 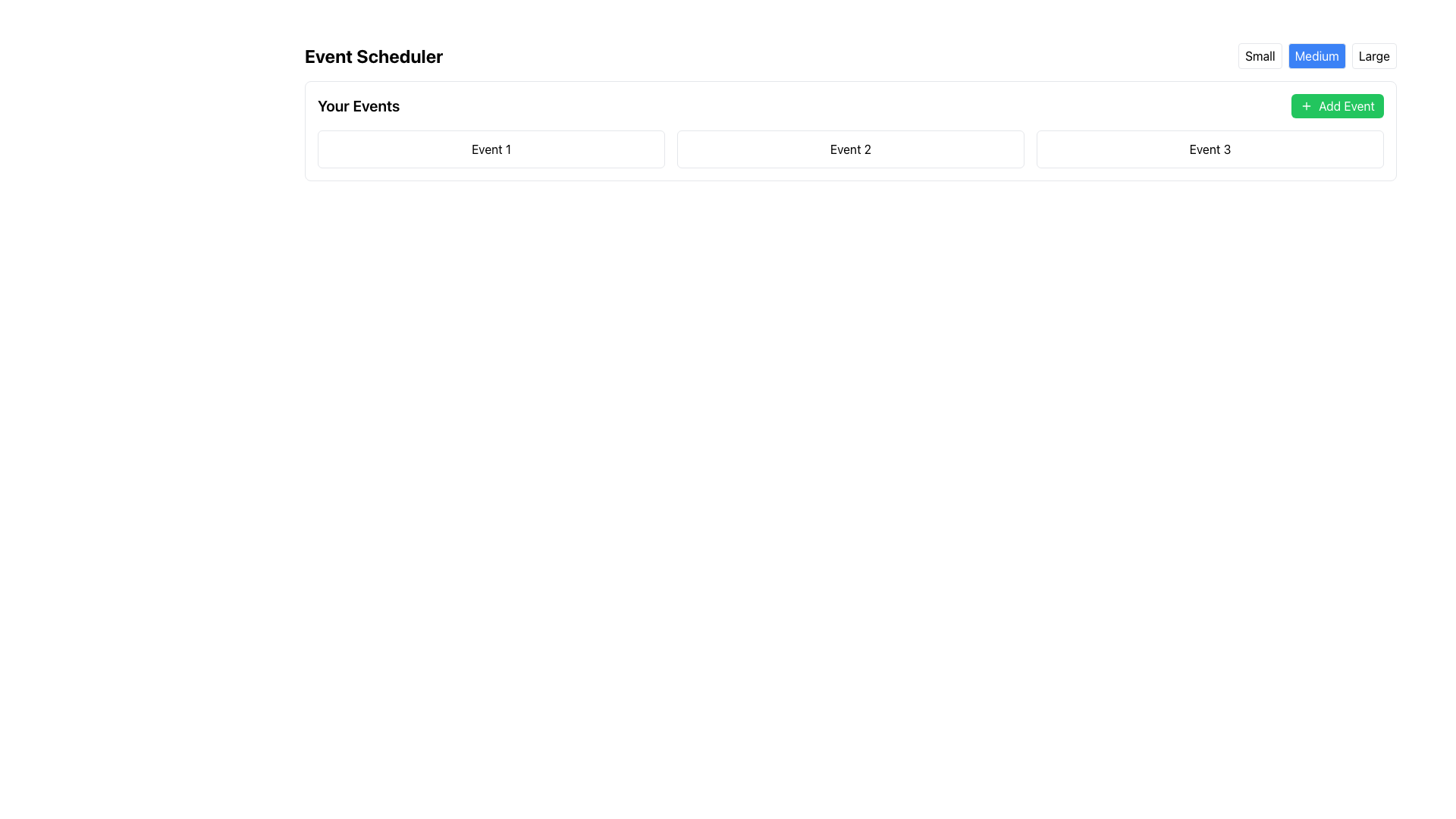 What do you see at coordinates (1306, 105) in the screenshot?
I see `the minimalist plus sign icon located to the left of the text content in the 'Add Event' button` at bounding box center [1306, 105].